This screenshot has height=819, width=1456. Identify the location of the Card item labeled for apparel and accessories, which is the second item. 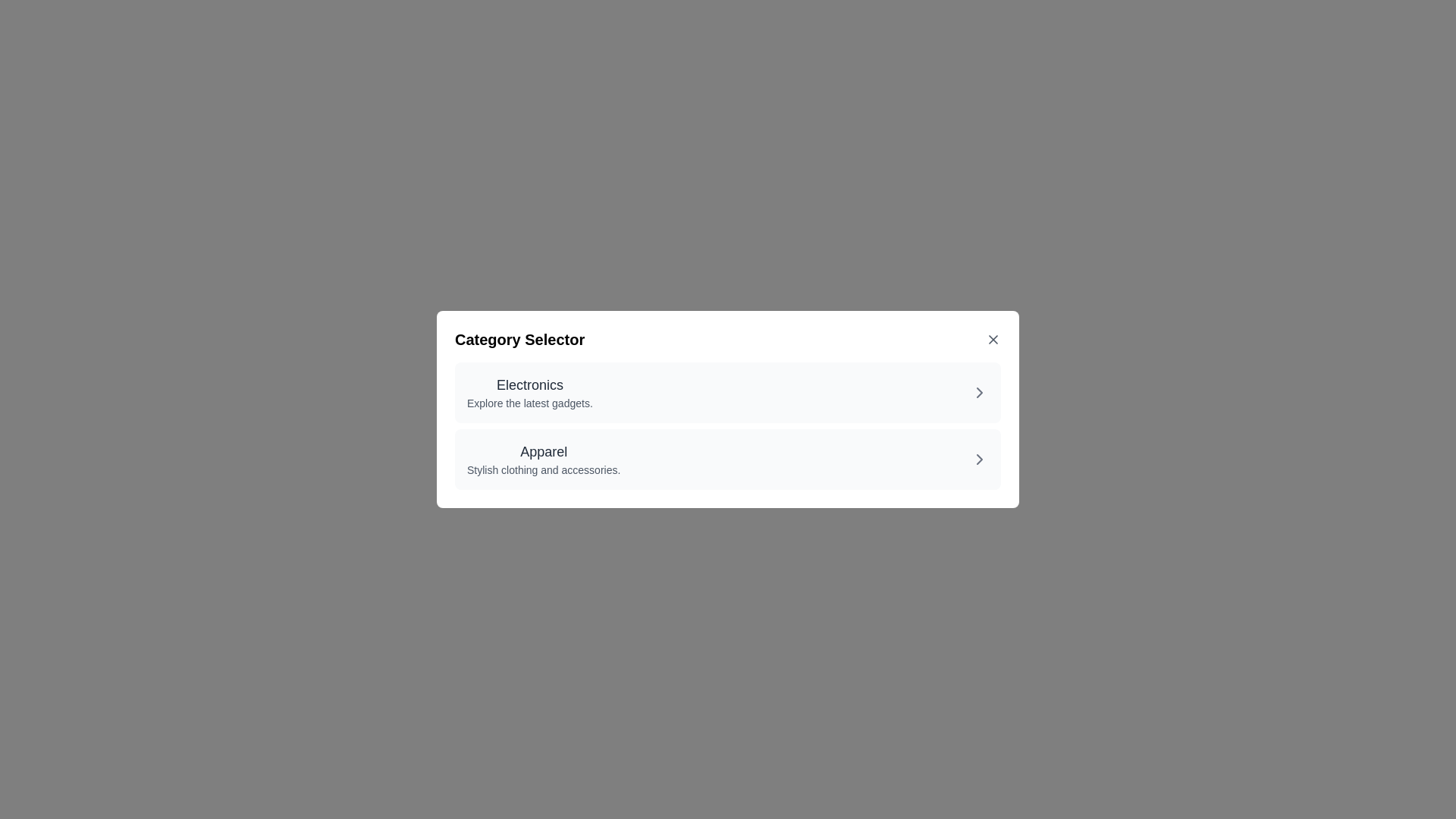
(728, 458).